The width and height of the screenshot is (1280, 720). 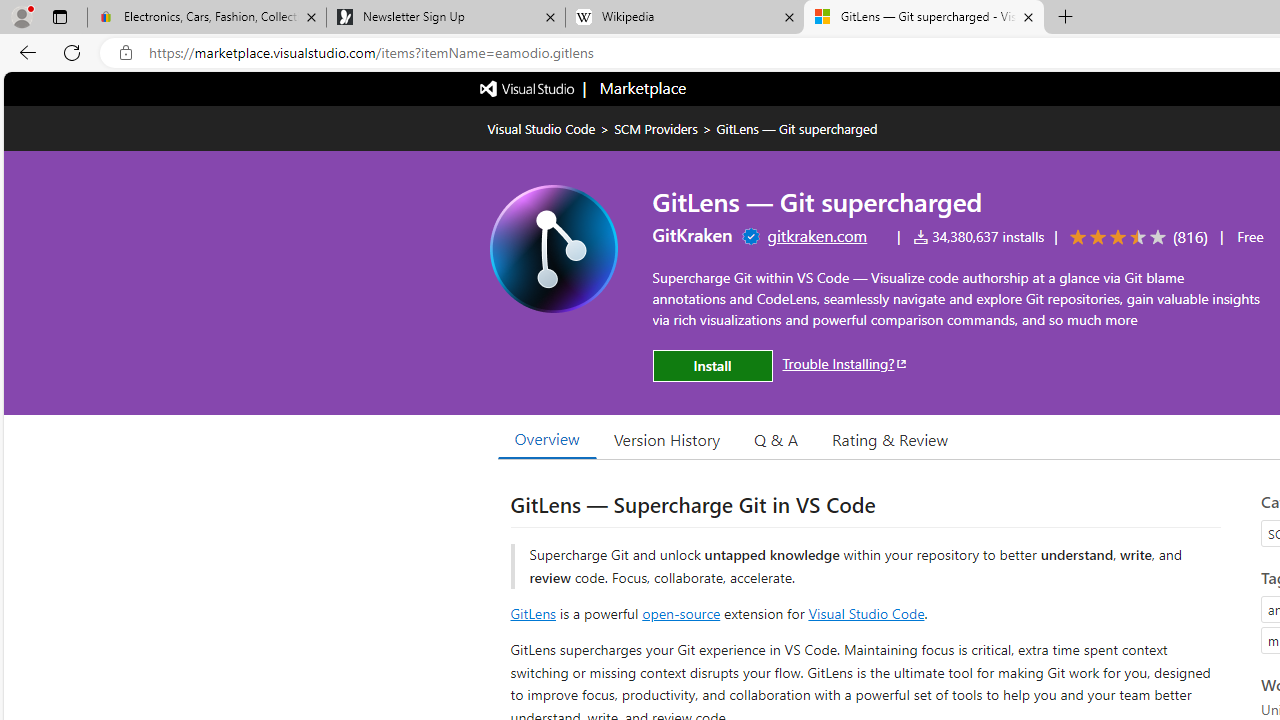 What do you see at coordinates (656, 128) in the screenshot?
I see `'SCM Providers'` at bounding box center [656, 128].